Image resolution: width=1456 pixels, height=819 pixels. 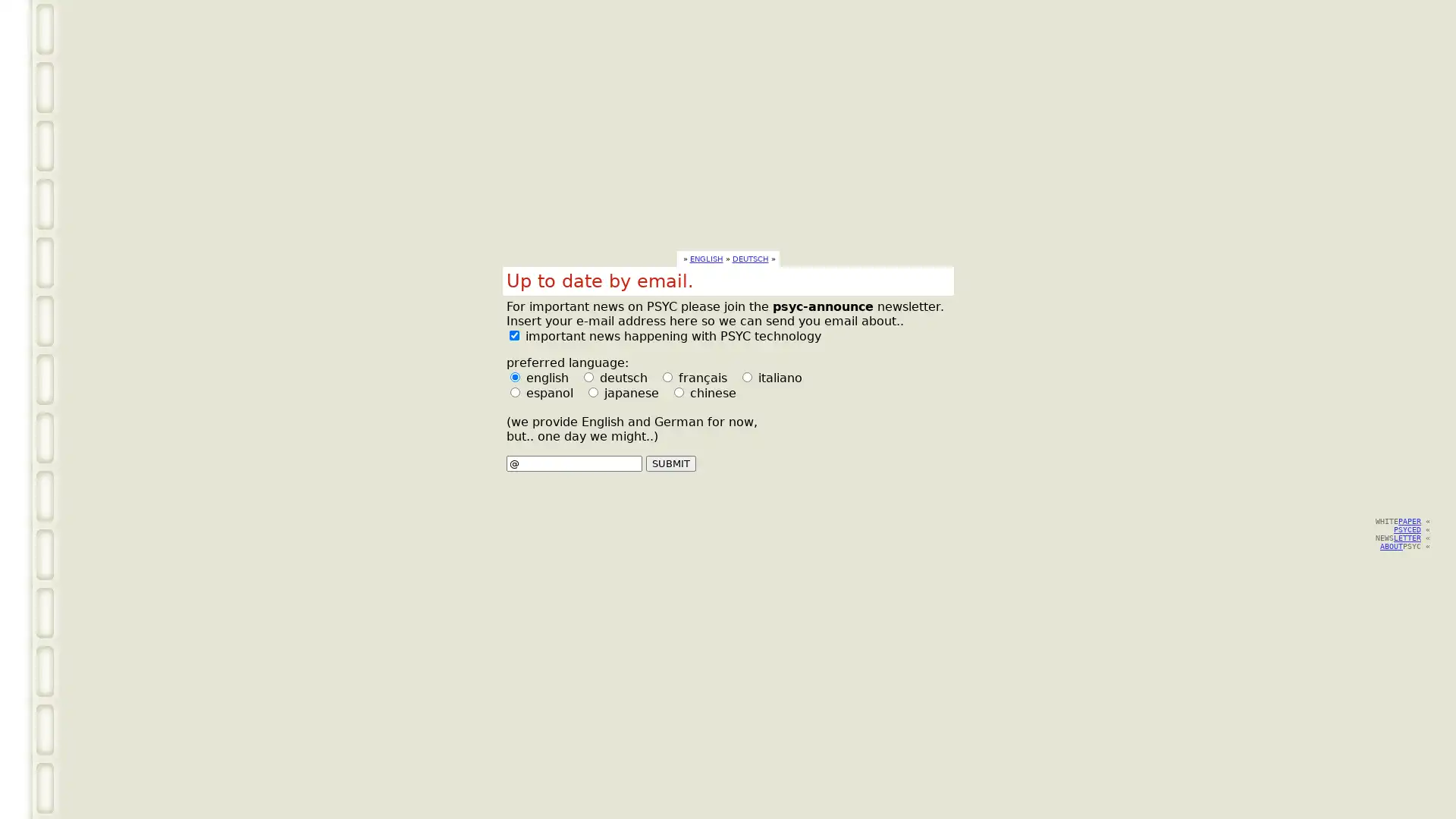 What do you see at coordinates (669, 463) in the screenshot?
I see `SUBMIT` at bounding box center [669, 463].